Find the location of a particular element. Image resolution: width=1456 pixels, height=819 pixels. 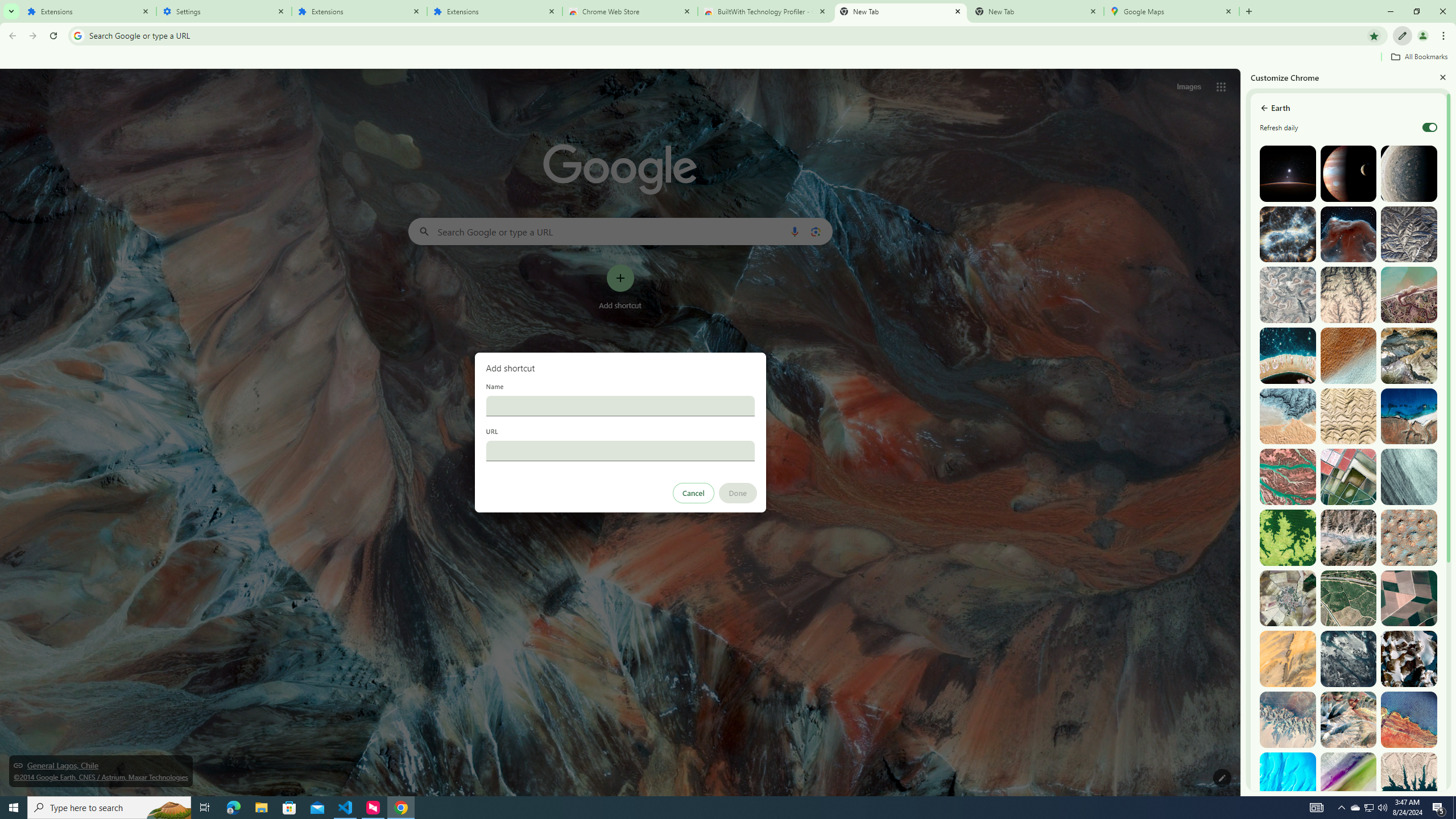

'Reload' is located at coordinates (53, 35).